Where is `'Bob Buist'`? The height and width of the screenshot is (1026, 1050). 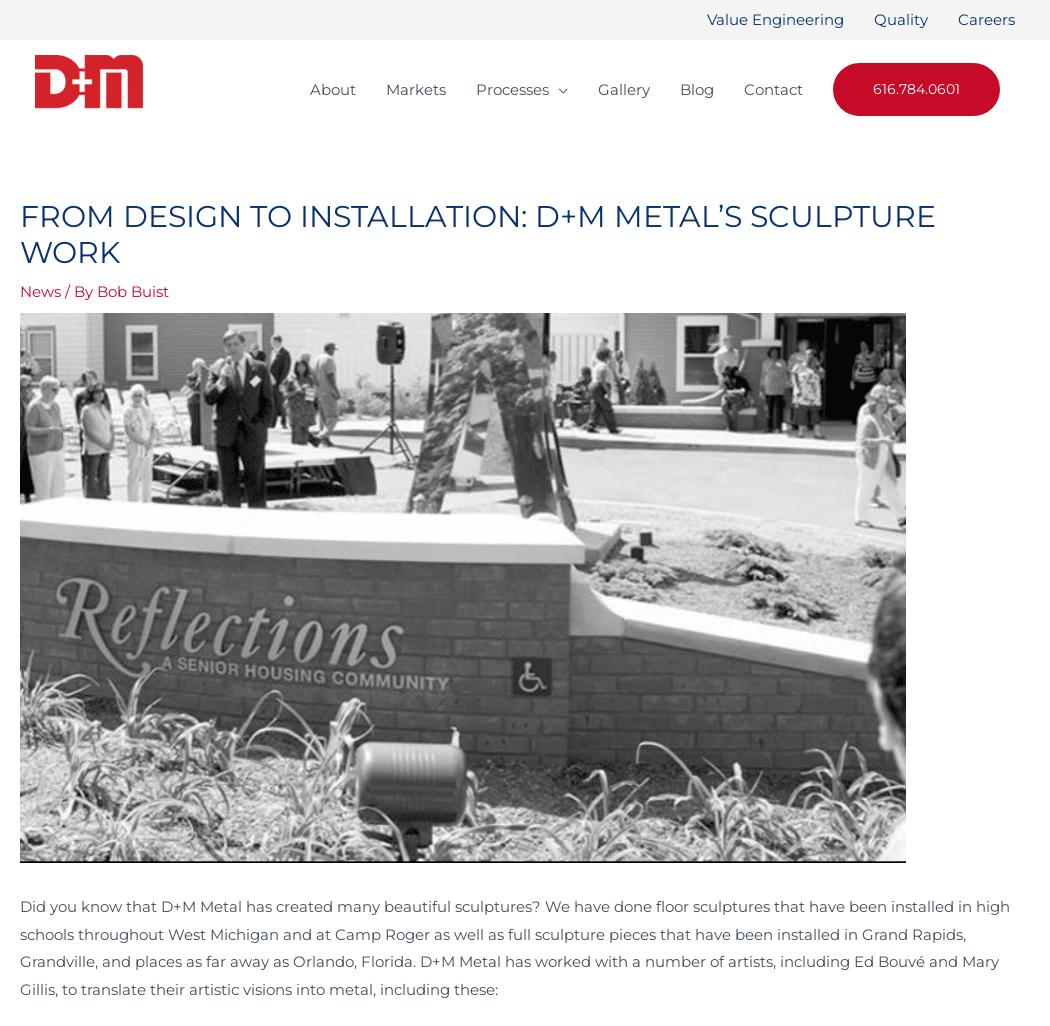 'Bob Buist' is located at coordinates (97, 290).